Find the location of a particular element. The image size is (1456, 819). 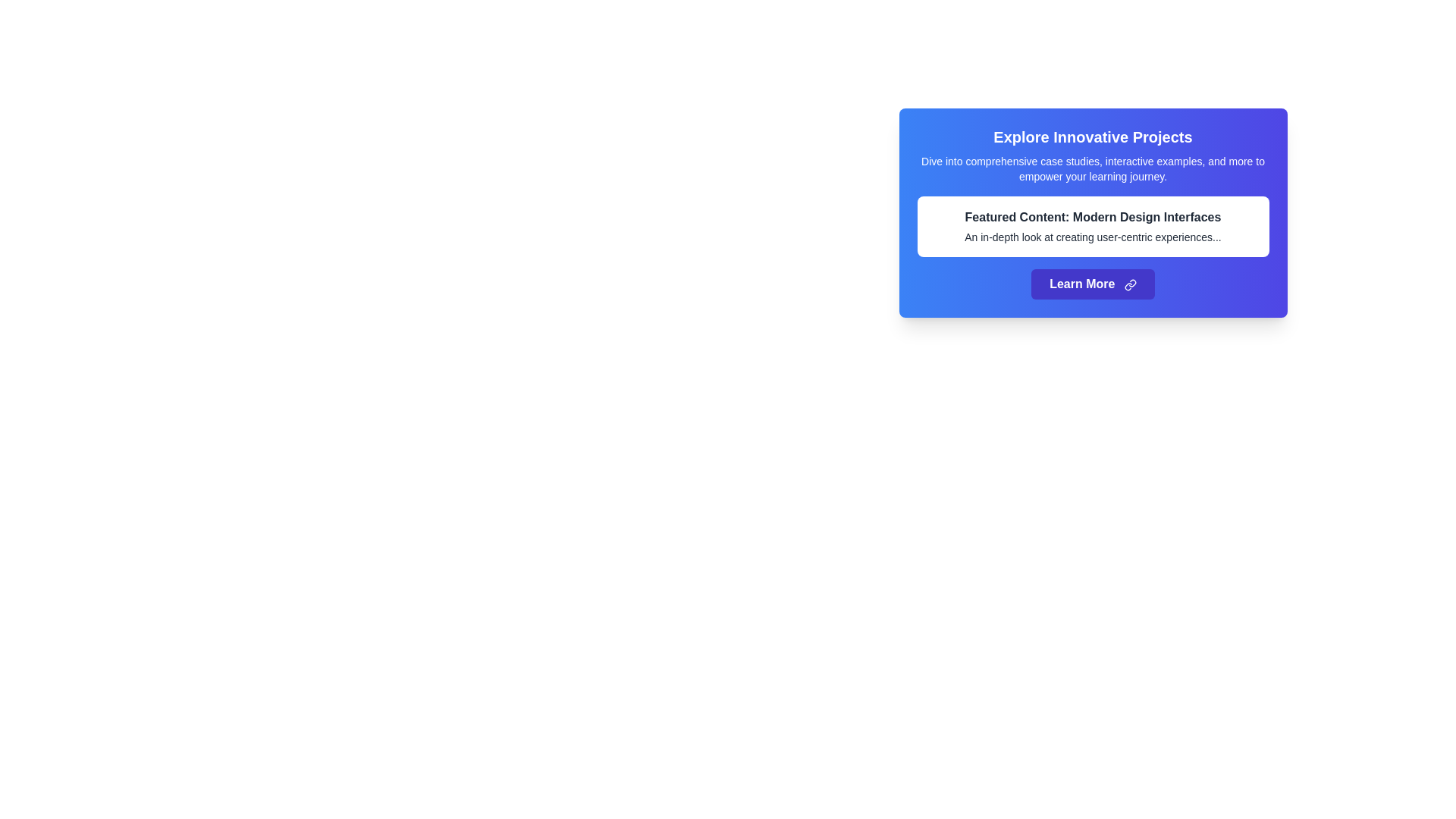

the icon within the 'Learn More' button is located at coordinates (1130, 284).